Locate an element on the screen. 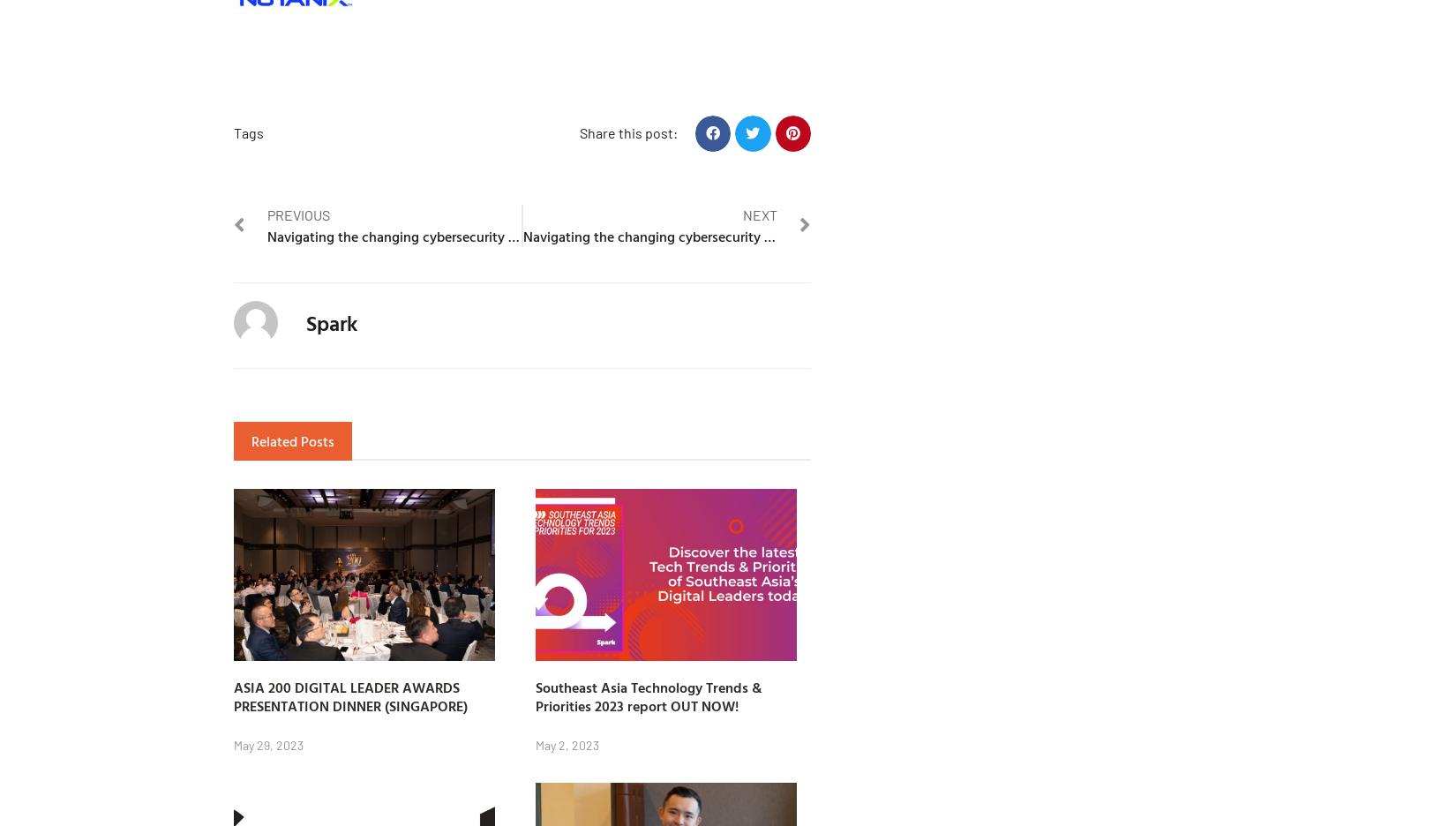 This screenshot has width=1456, height=826. 'May 29, 2023' is located at coordinates (268, 744).